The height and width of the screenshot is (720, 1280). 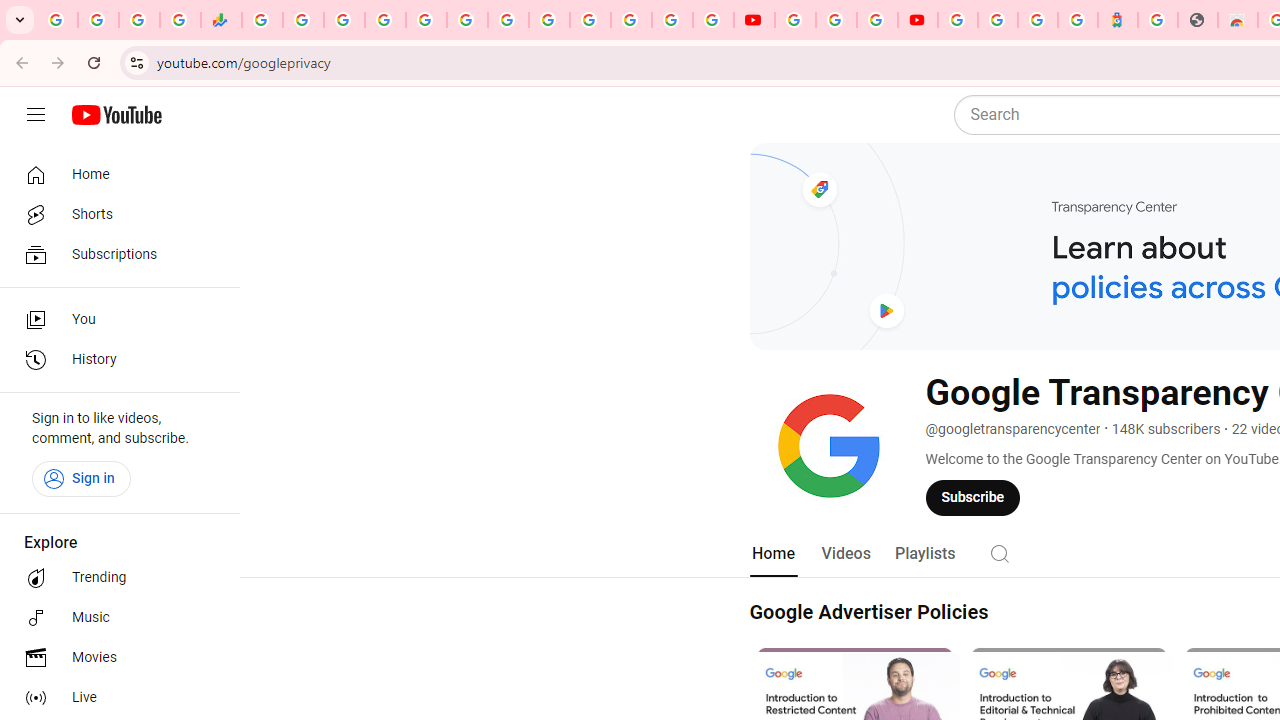 What do you see at coordinates (1117, 20) in the screenshot?
I see `'Atour Hotel - Google hotels'` at bounding box center [1117, 20].